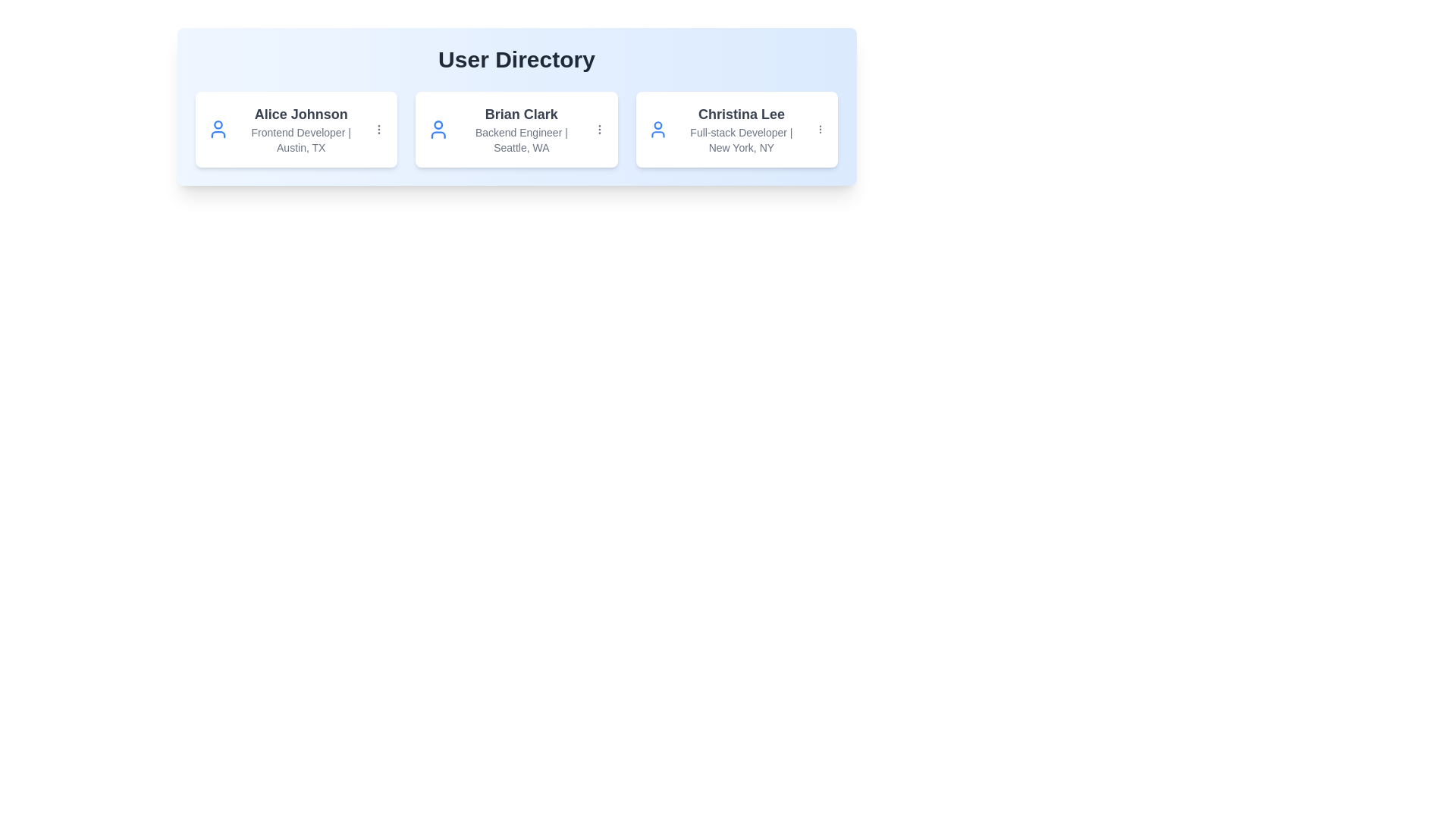 This screenshot has width=1456, height=819. I want to click on the 'MoreVertical' icon for the user card corresponding to Brian Clark, so click(598, 128).